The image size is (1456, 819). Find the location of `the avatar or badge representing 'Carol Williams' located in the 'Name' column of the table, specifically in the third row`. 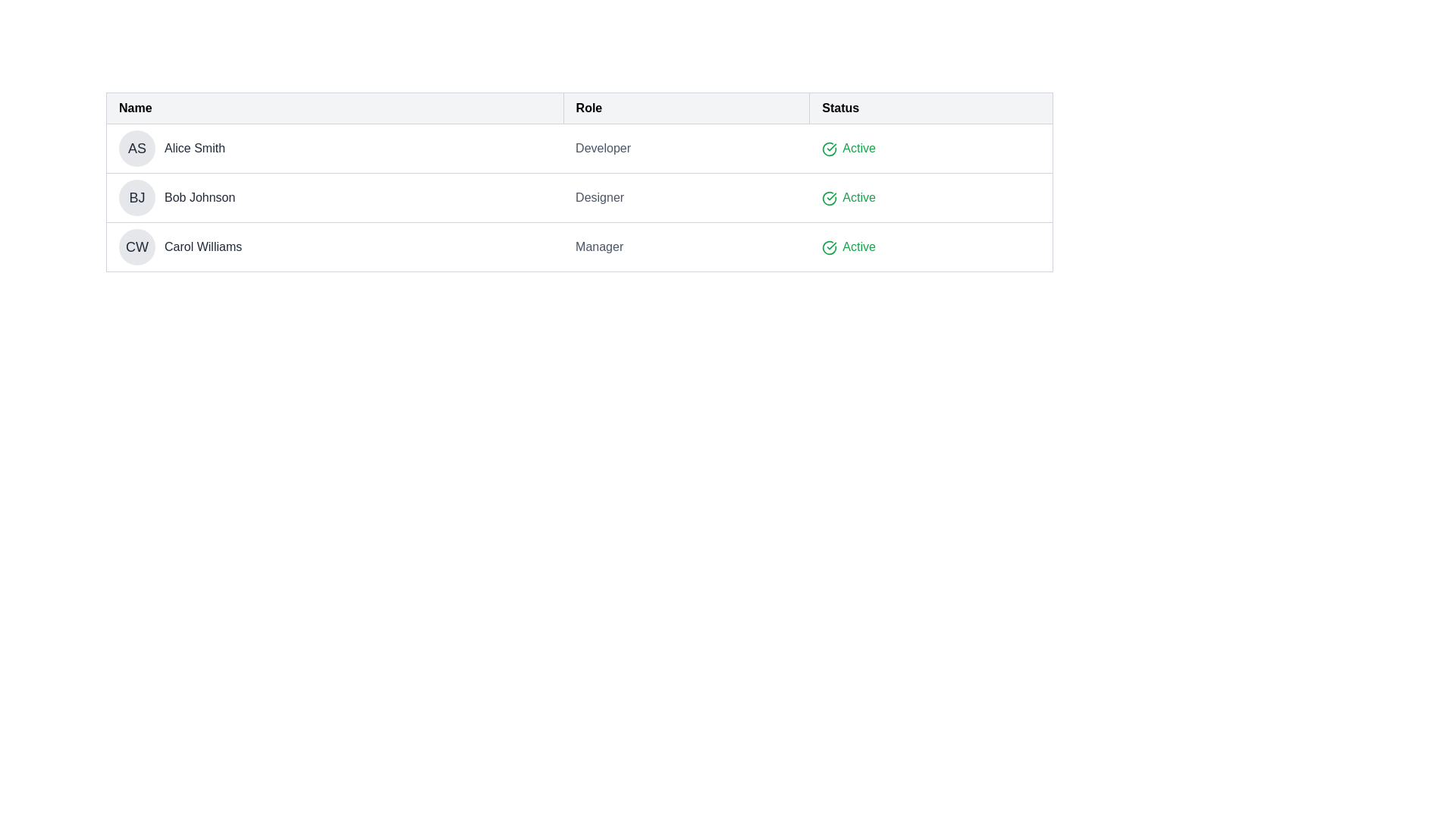

the avatar or badge representing 'Carol Williams' located in the 'Name' column of the table, specifically in the third row is located at coordinates (137, 246).